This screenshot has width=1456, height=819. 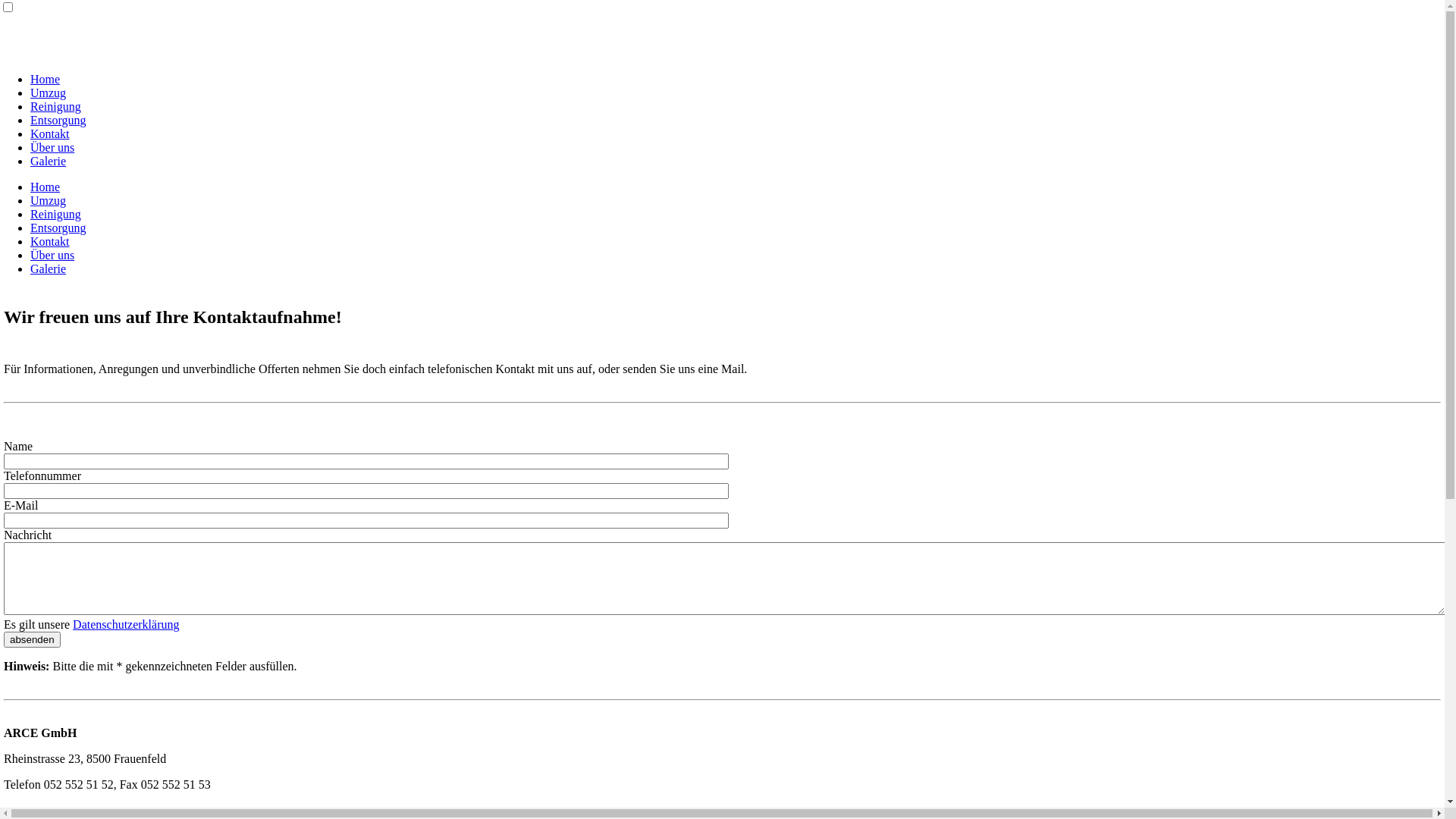 I want to click on 'Kontakt', so click(x=50, y=133).